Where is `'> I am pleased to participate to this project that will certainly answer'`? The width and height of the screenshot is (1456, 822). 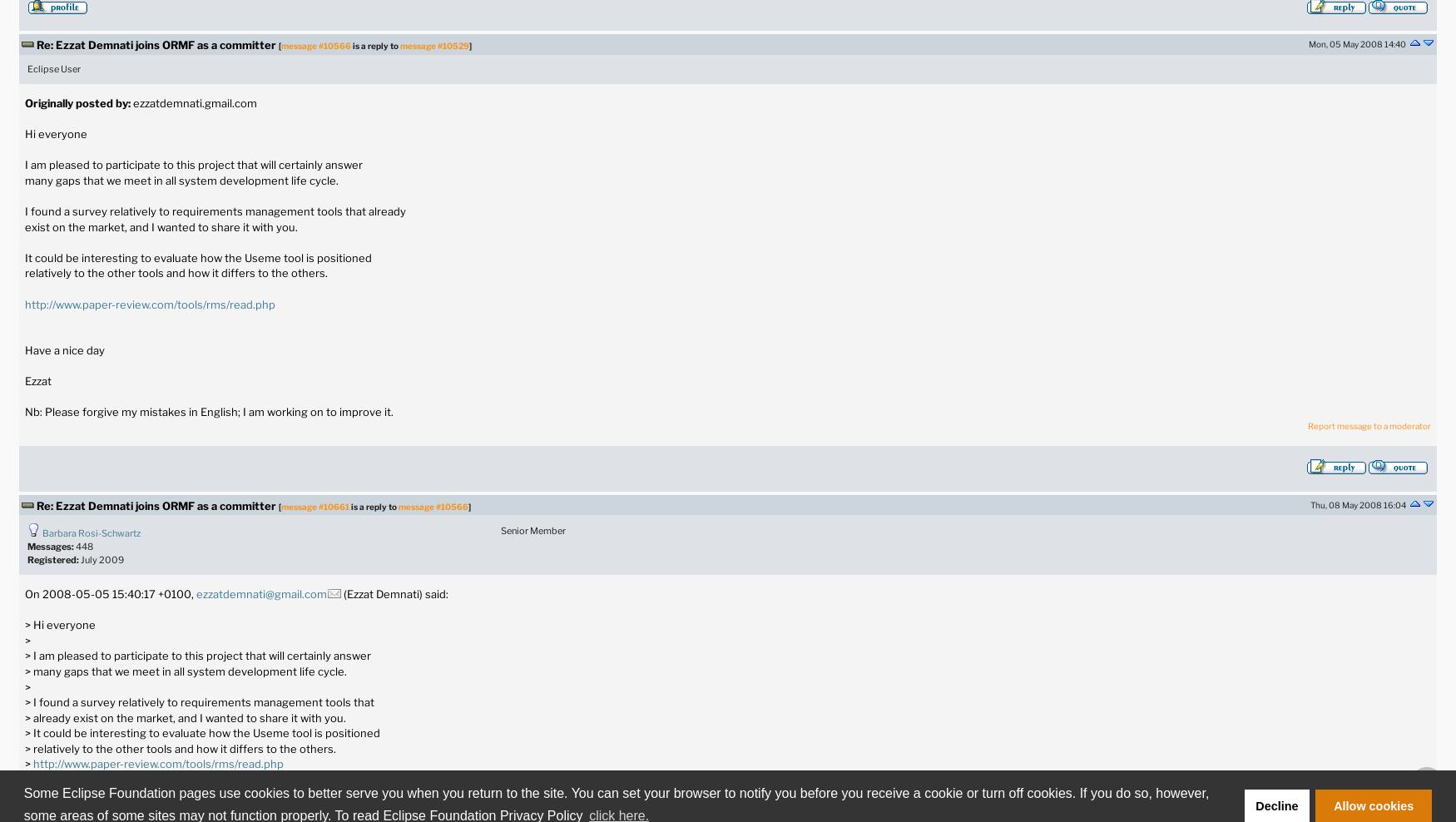 '> I am pleased to participate to this project that will certainly answer' is located at coordinates (23, 655).